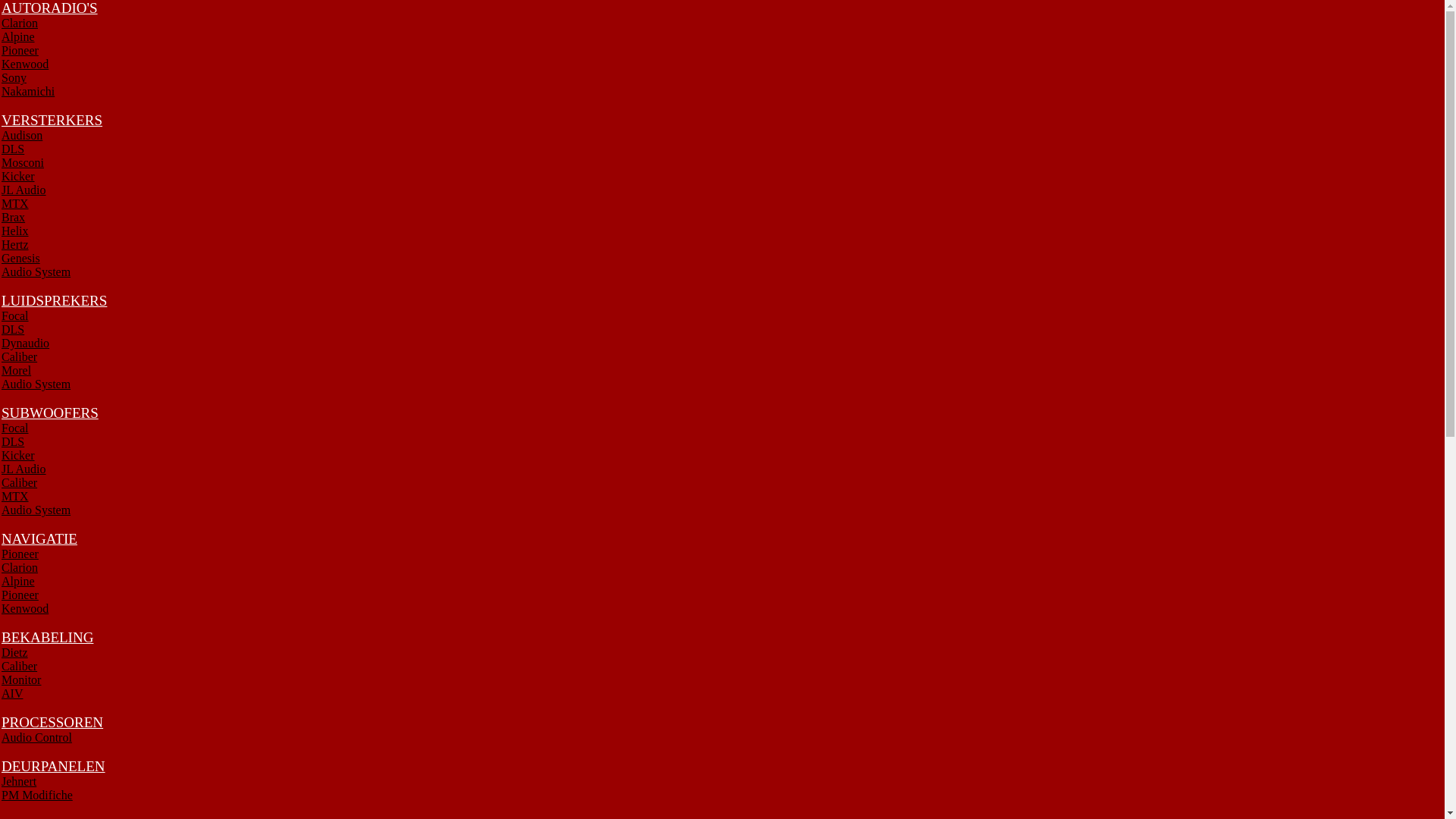  What do you see at coordinates (11, 693) in the screenshot?
I see `'AIV'` at bounding box center [11, 693].